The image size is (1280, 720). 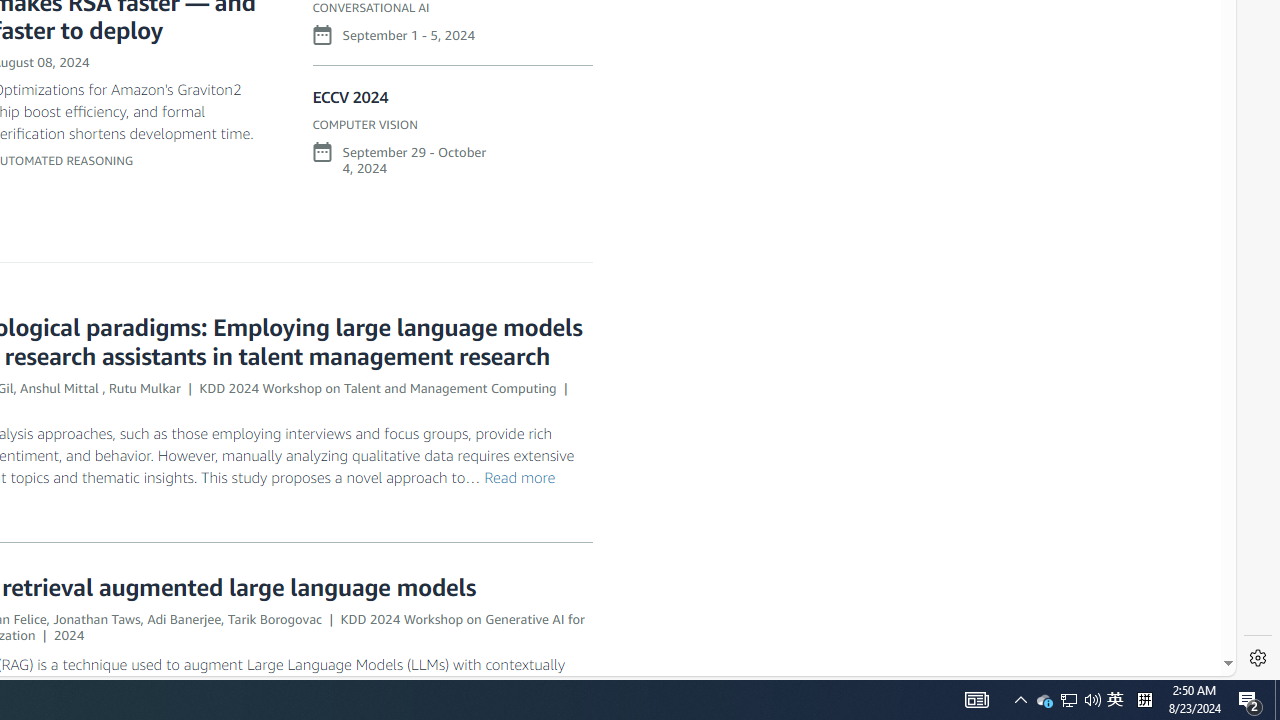 What do you see at coordinates (365, 124) in the screenshot?
I see `'COMPUTER VISION'` at bounding box center [365, 124].